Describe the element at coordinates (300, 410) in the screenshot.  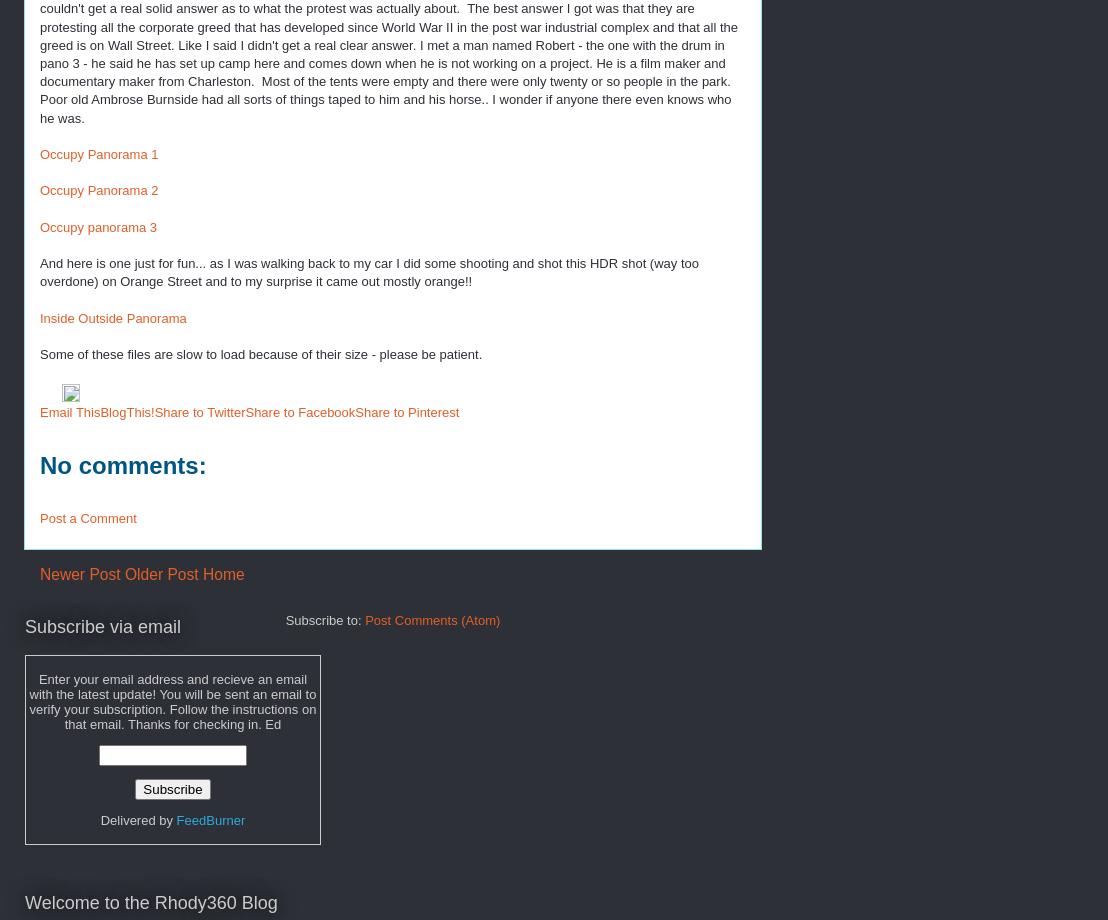
I see `'Share to Facebook'` at that location.